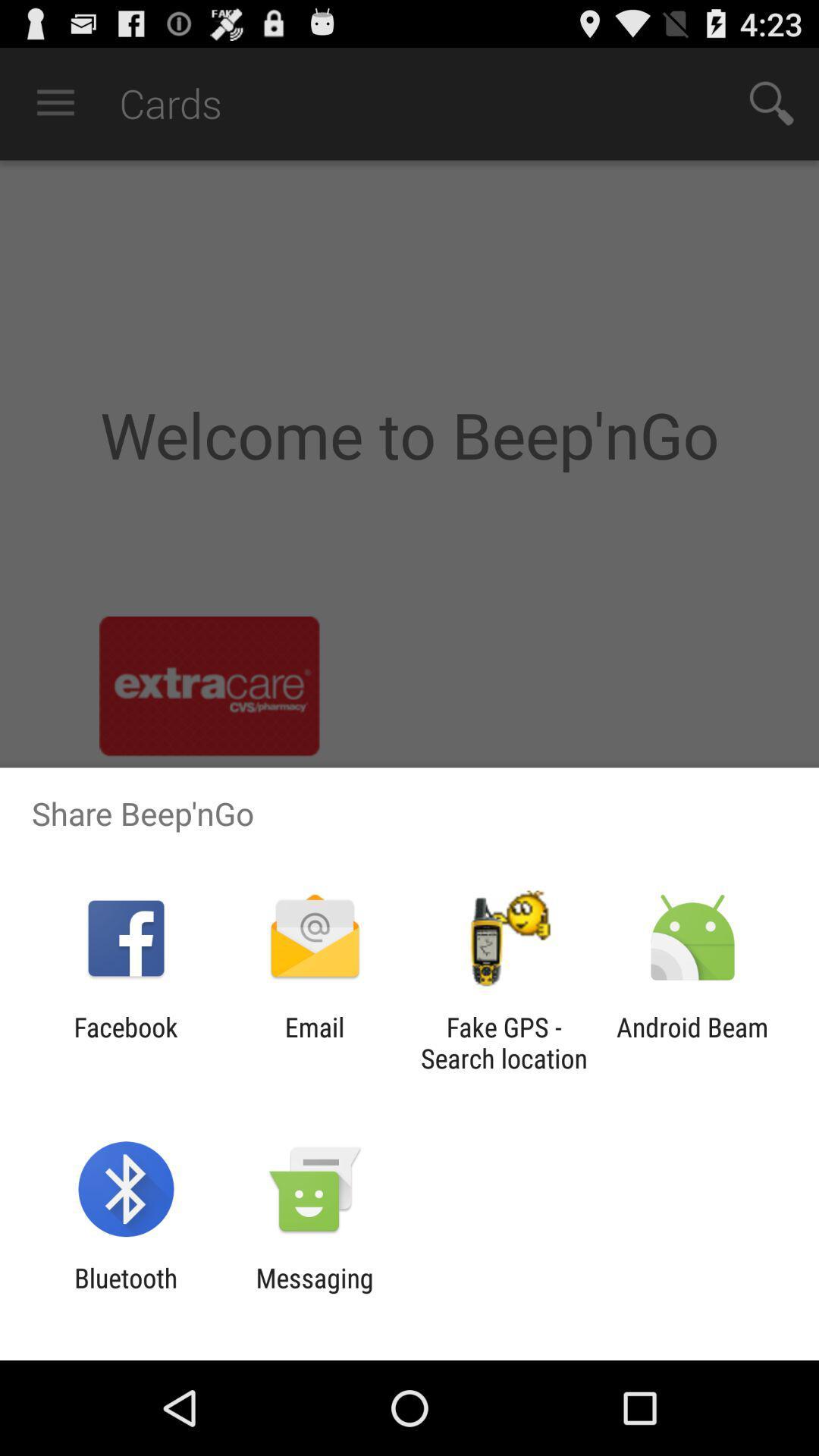 This screenshot has height=1456, width=819. I want to click on item next to messaging icon, so click(125, 1293).